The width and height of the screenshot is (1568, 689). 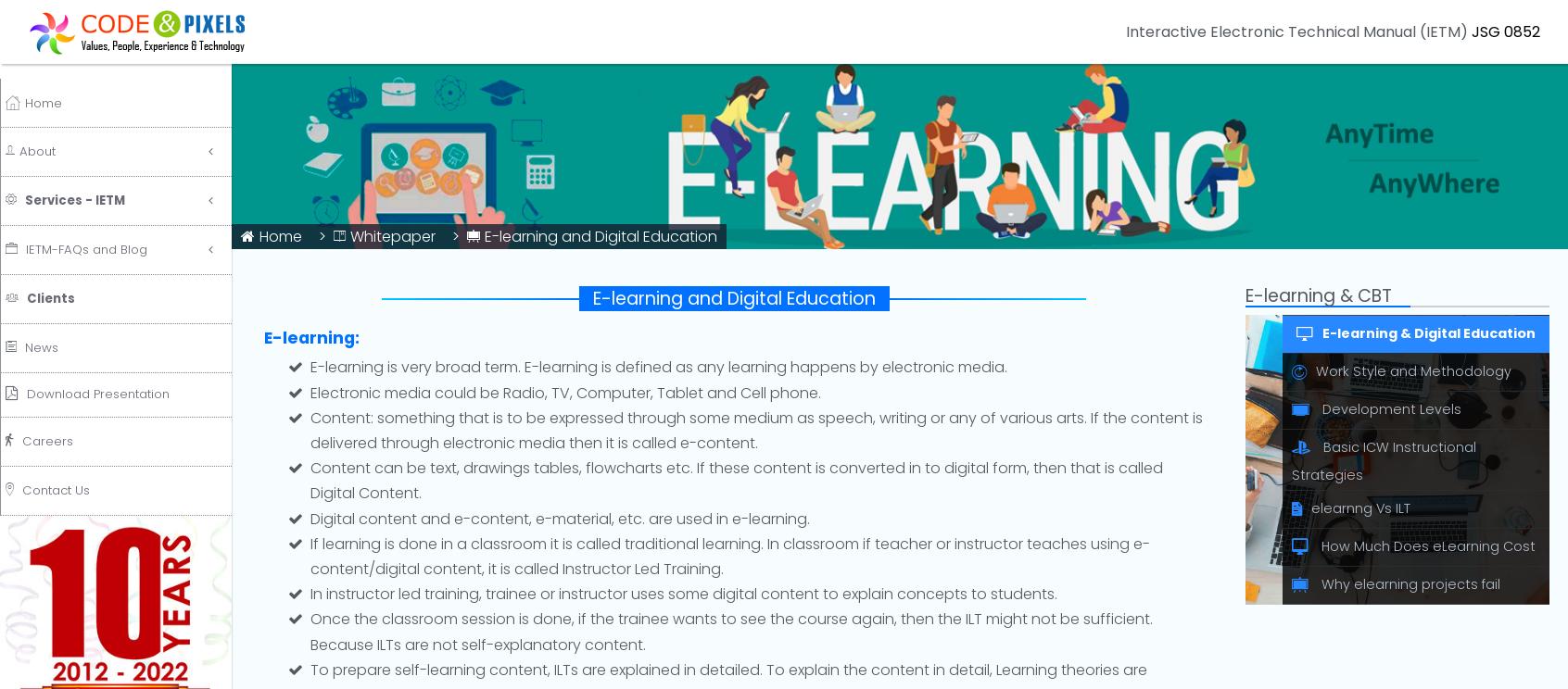 What do you see at coordinates (91, 170) in the screenshot?
I see `'Services - IETM'` at bounding box center [91, 170].